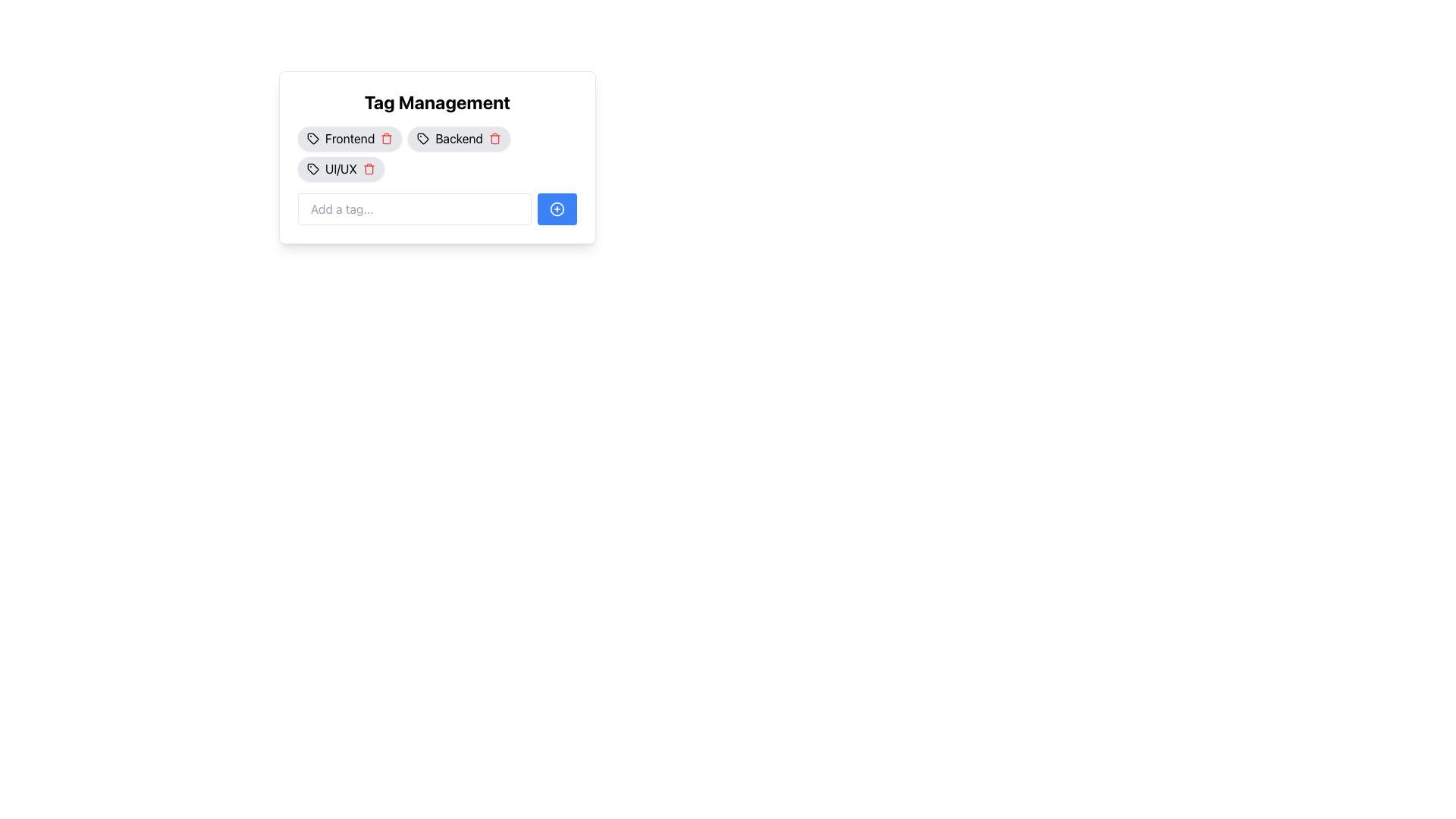 Image resolution: width=1456 pixels, height=819 pixels. Describe the element at coordinates (556, 209) in the screenshot. I see `the button located at the far right of the input area labeled 'Add a tag...'` at that location.